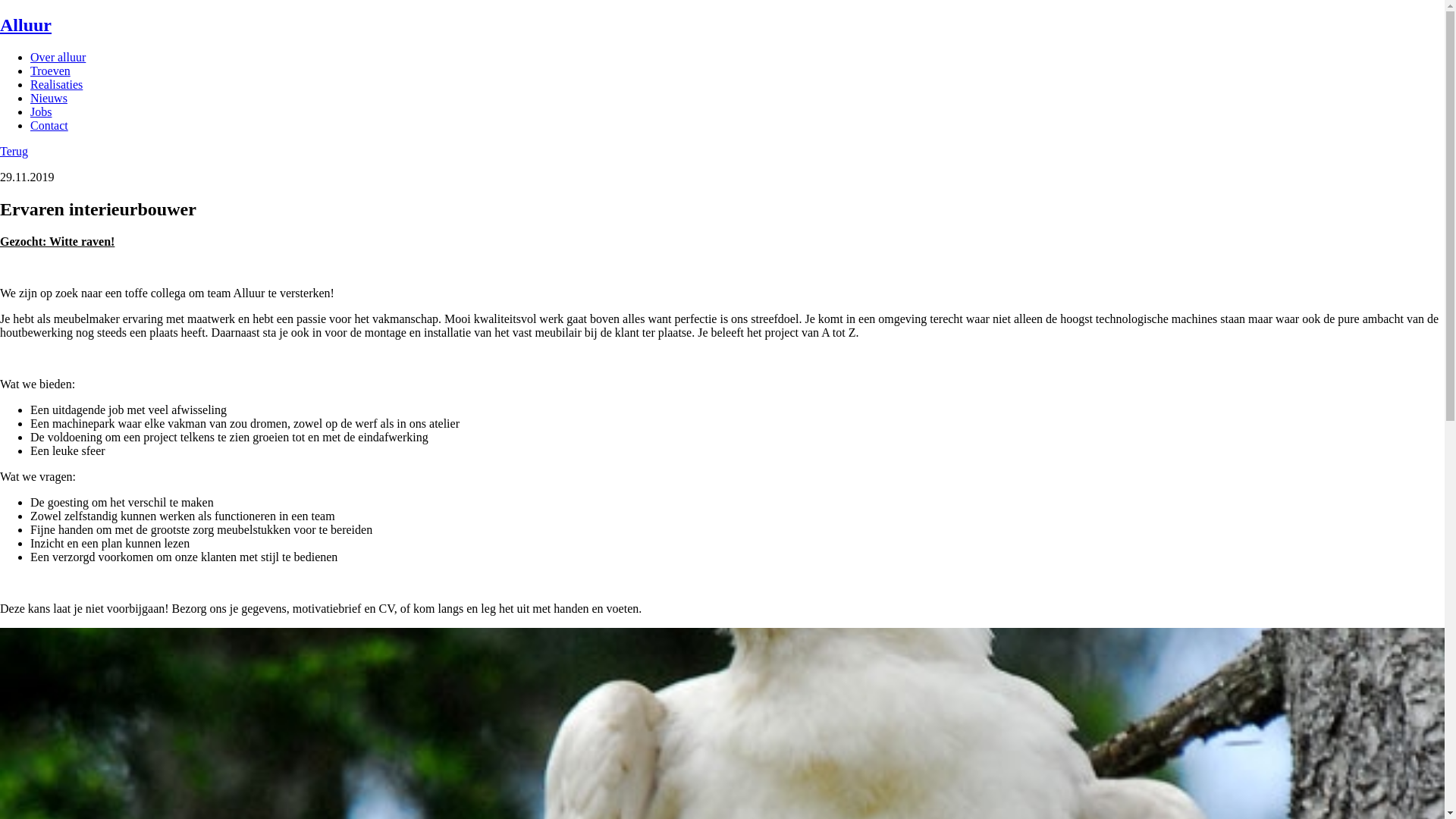  Describe the element at coordinates (30, 84) in the screenshot. I see `'Realisaties'` at that location.